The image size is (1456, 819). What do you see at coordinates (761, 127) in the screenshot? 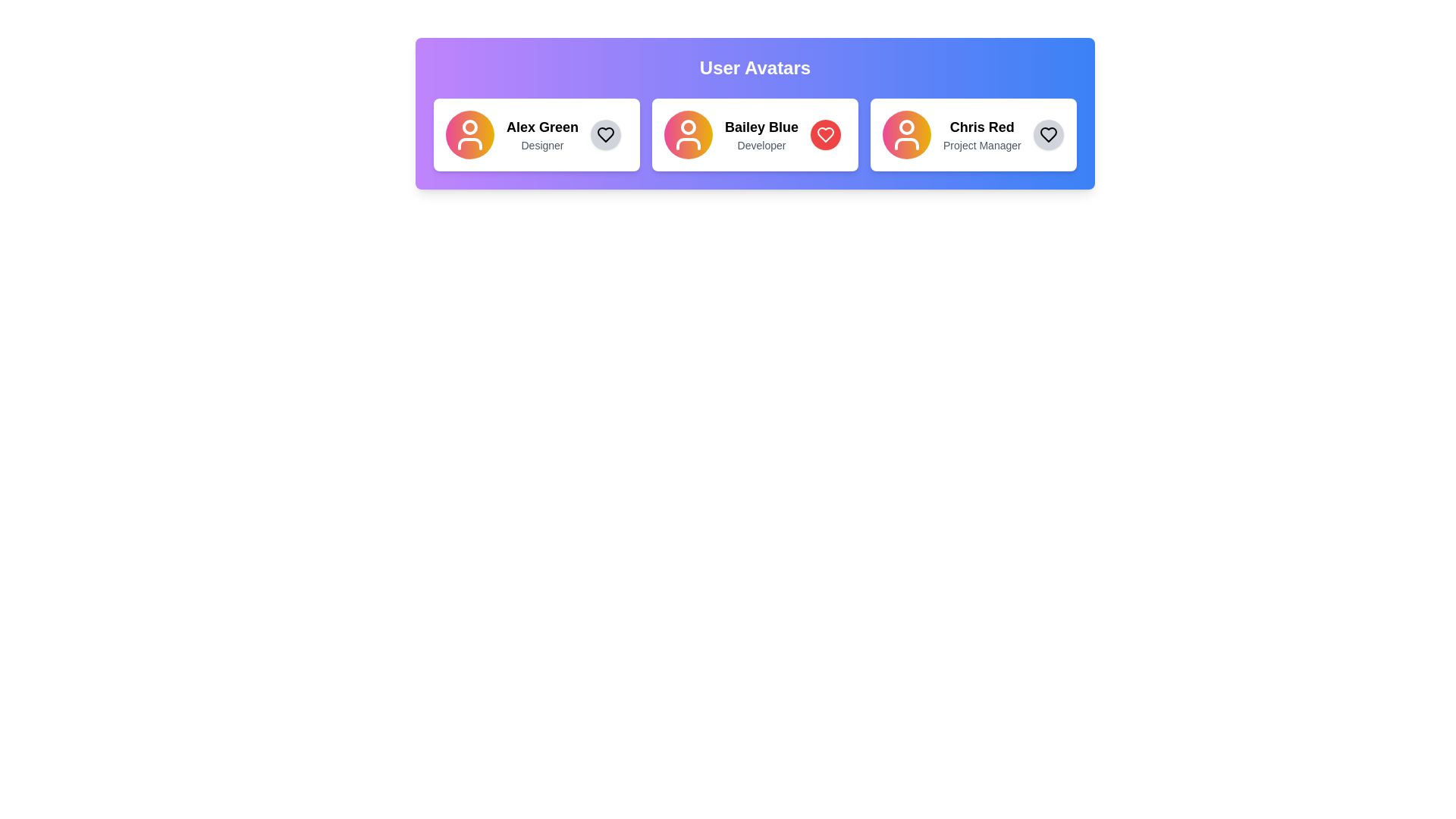
I see `bold text label displaying 'Bailey Blue' located at the center of the middle user card, above the descriptive text 'Developer'` at bounding box center [761, 127].